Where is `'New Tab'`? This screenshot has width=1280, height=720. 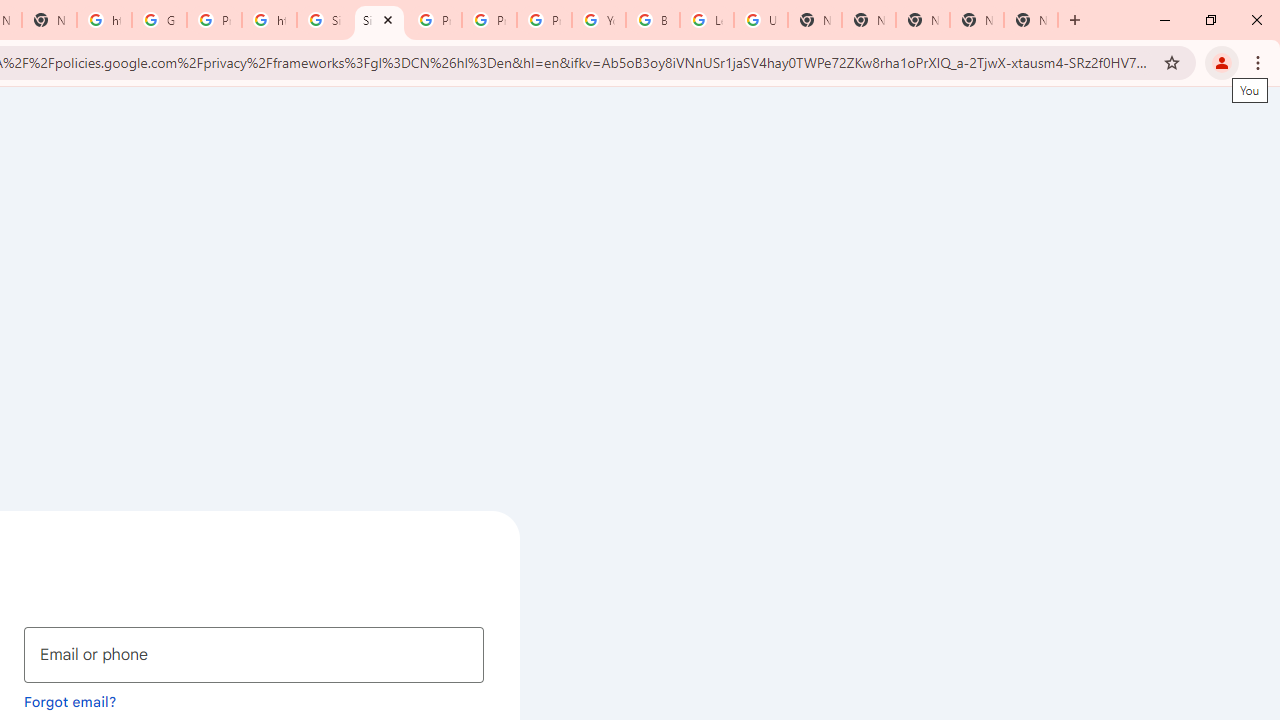 'New Tab' is located at coordinates (1031, 20).